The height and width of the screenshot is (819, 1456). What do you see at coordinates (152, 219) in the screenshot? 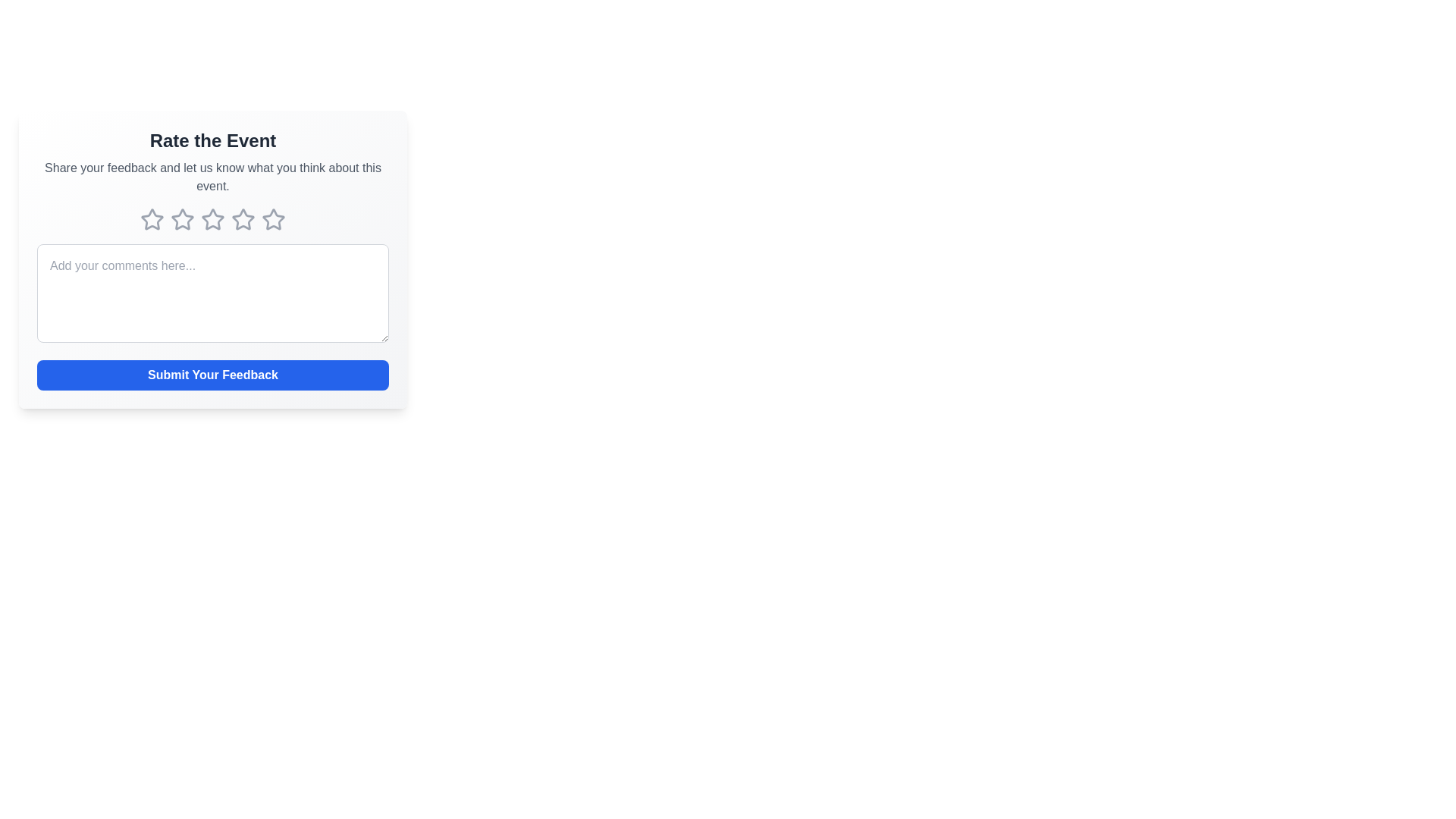
I see `the first star rating button, which is a star-shaped icon with a gray outline, located directly below the title 'Rate the Event'` at bounding box center [152, 219].